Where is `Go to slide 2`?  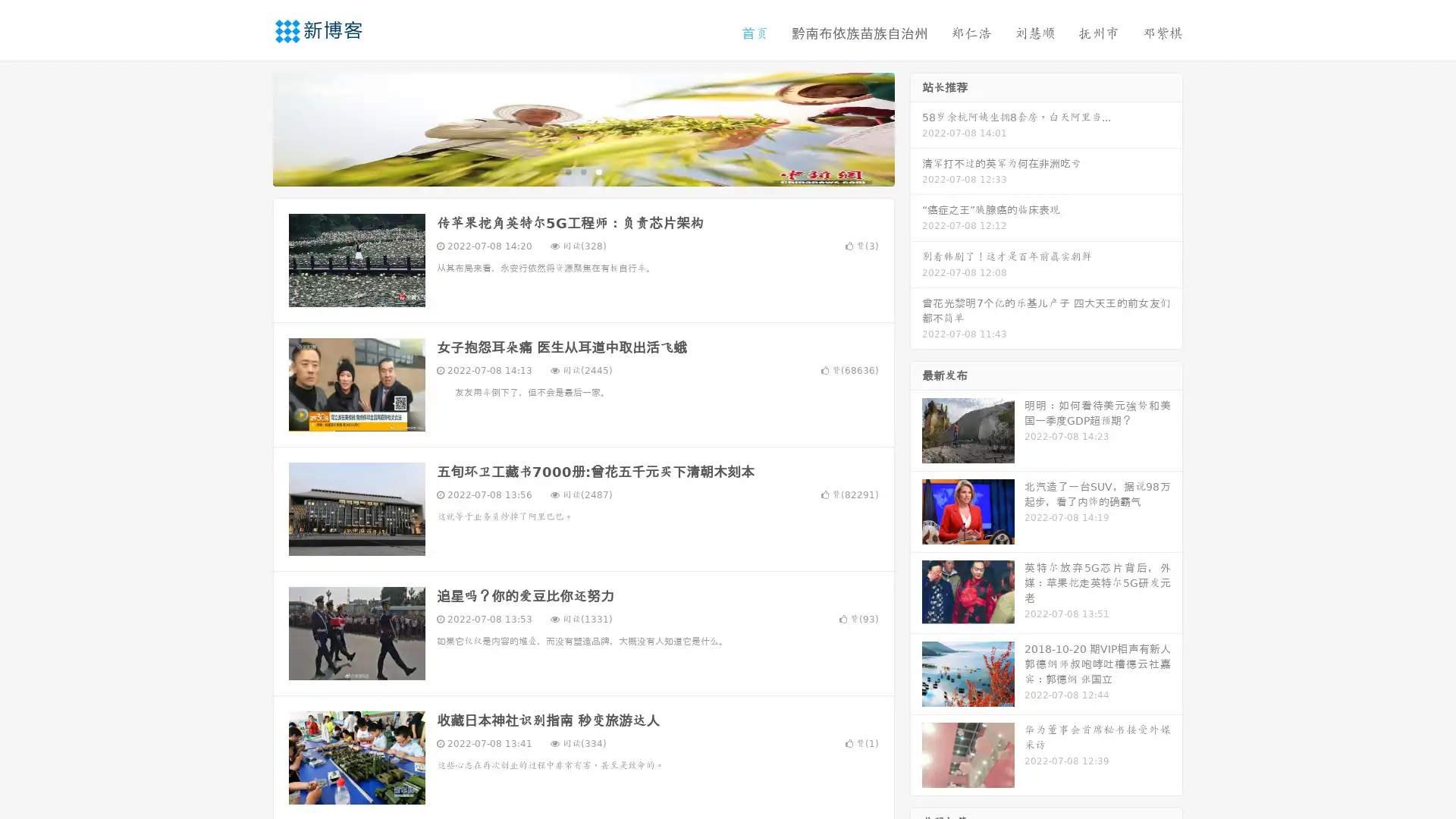 Go to slide 2 is located at coordinates (582, 171).